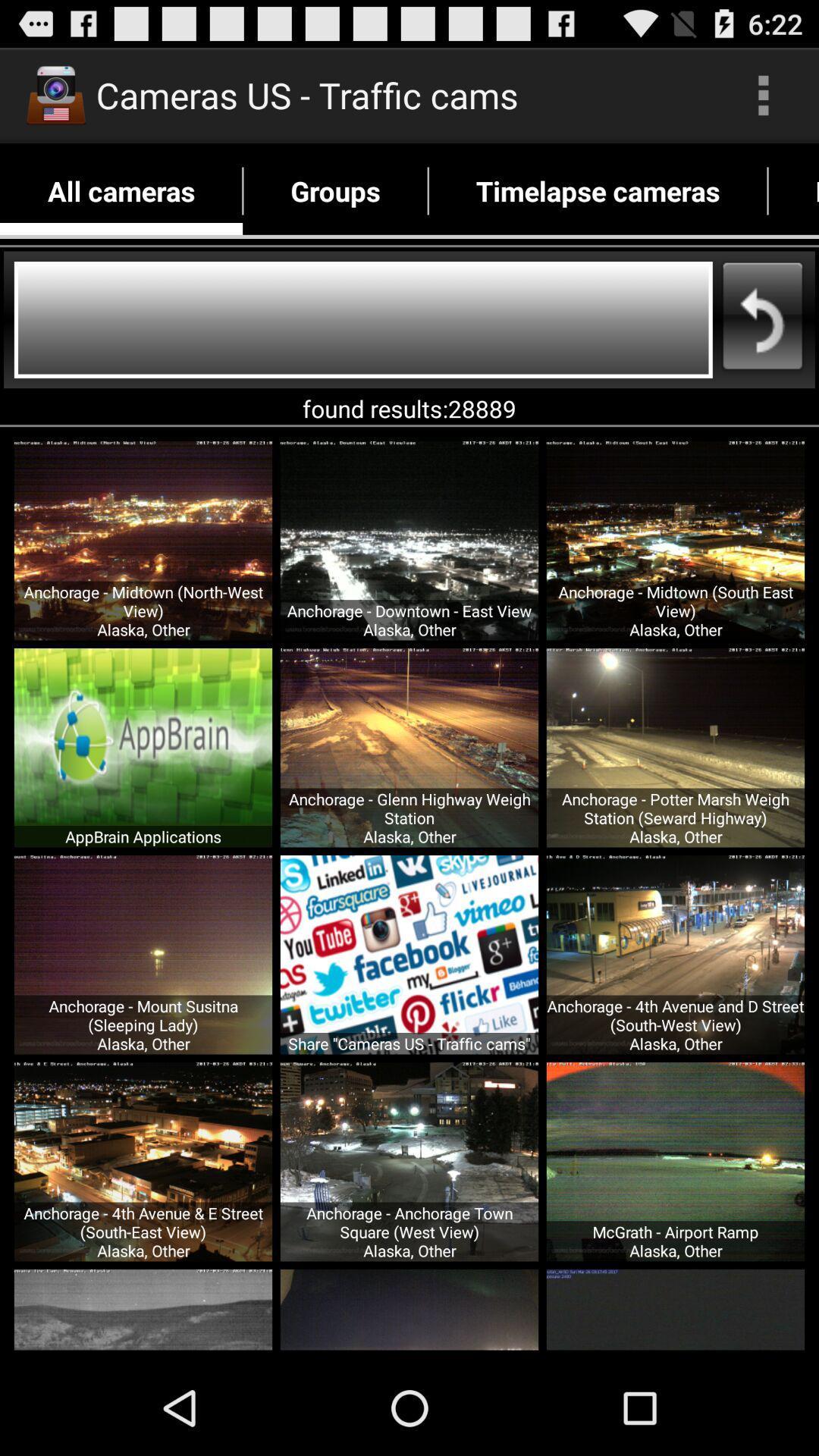 This screenshot has width=819, height=1456. What do you see at coordinates (597, 190) in the screenshot?
I see `the app next to favorites app` at bounding box center [597, 190].